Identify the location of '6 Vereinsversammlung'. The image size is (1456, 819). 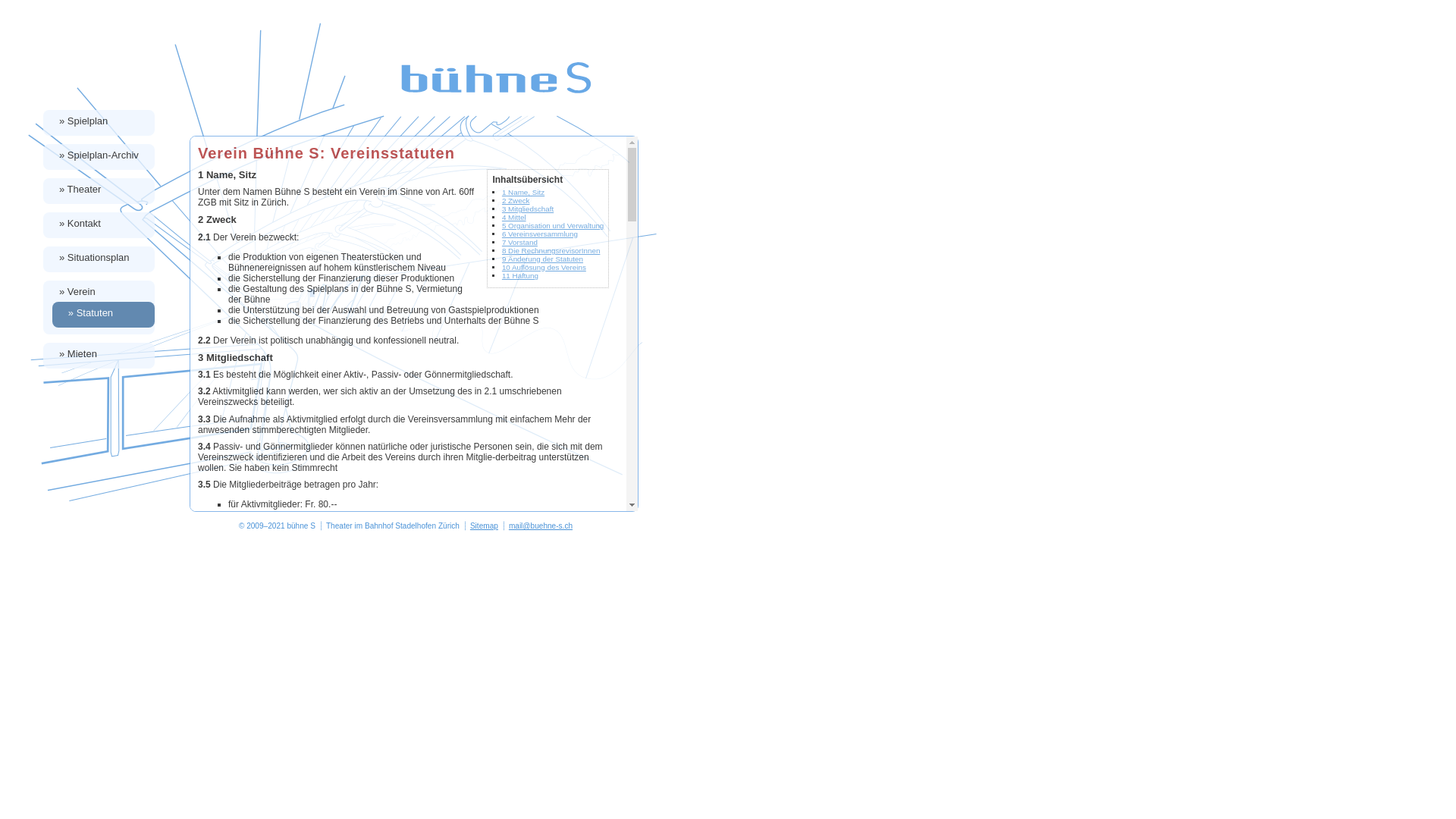
(502, 234).